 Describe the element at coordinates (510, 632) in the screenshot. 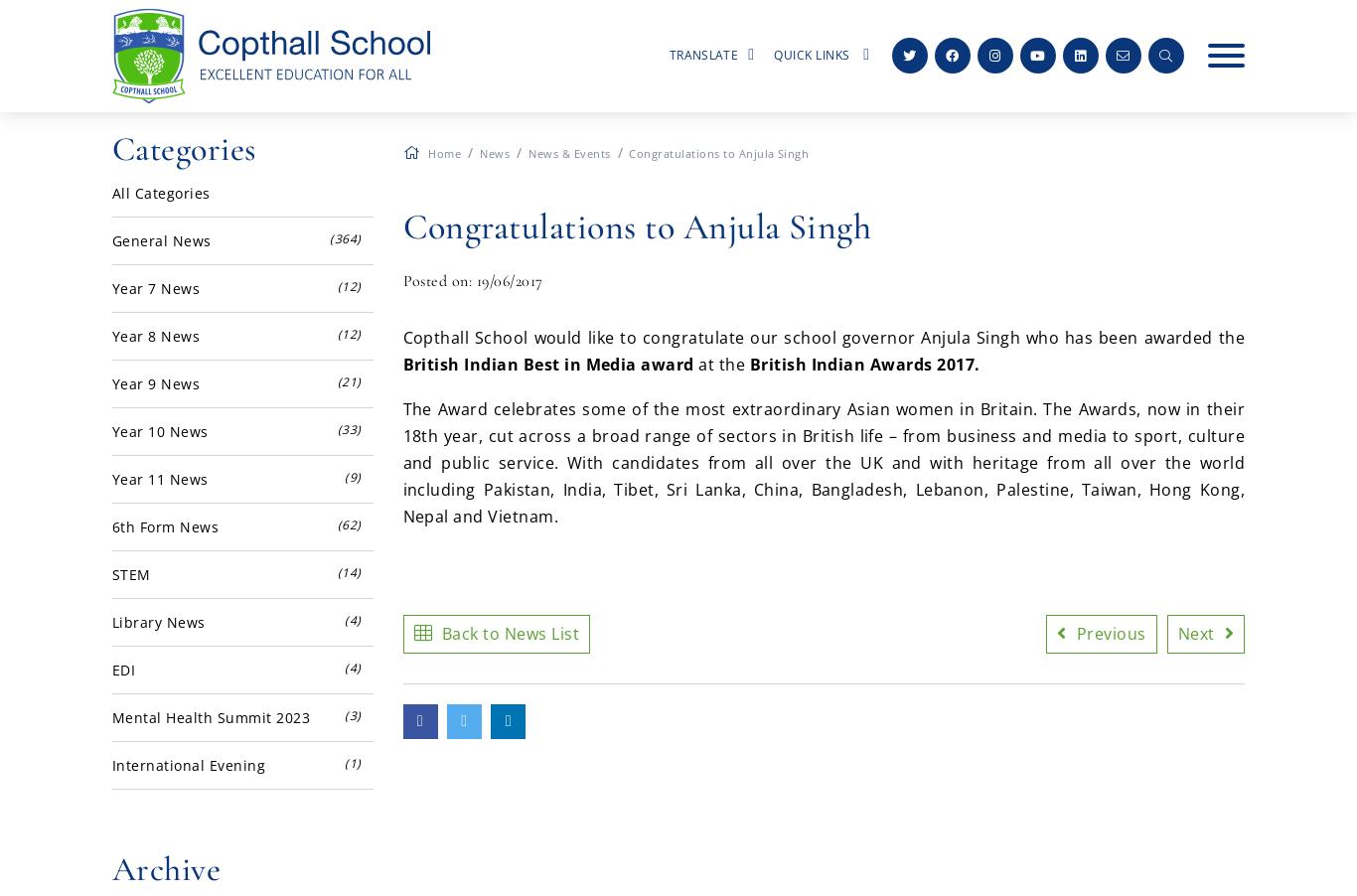

I see `'Back to News List'` at that location.